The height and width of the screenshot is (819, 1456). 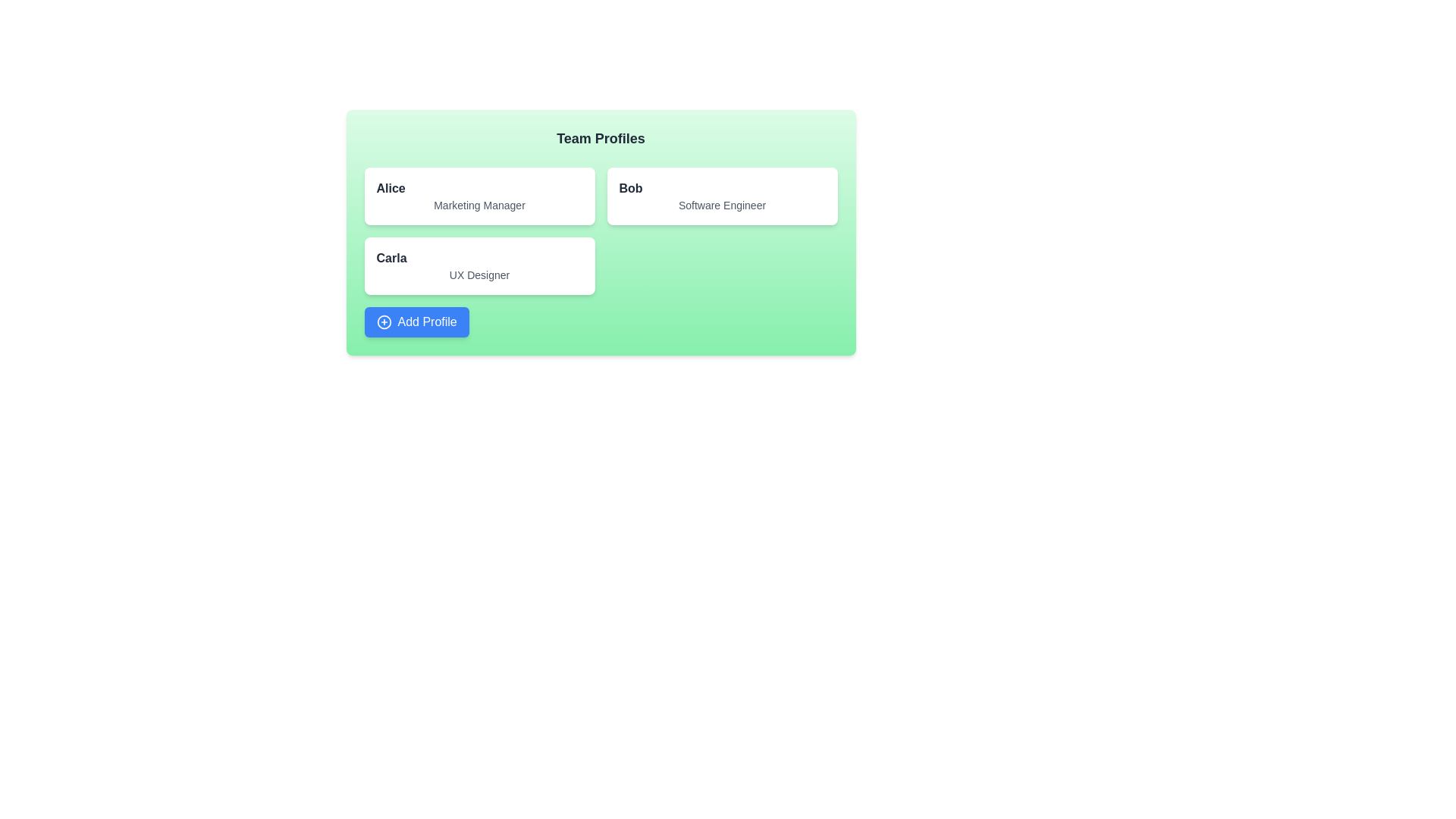 I want to click on the 'Add Profile' button to add a new profile, so click(x=416, y=321).